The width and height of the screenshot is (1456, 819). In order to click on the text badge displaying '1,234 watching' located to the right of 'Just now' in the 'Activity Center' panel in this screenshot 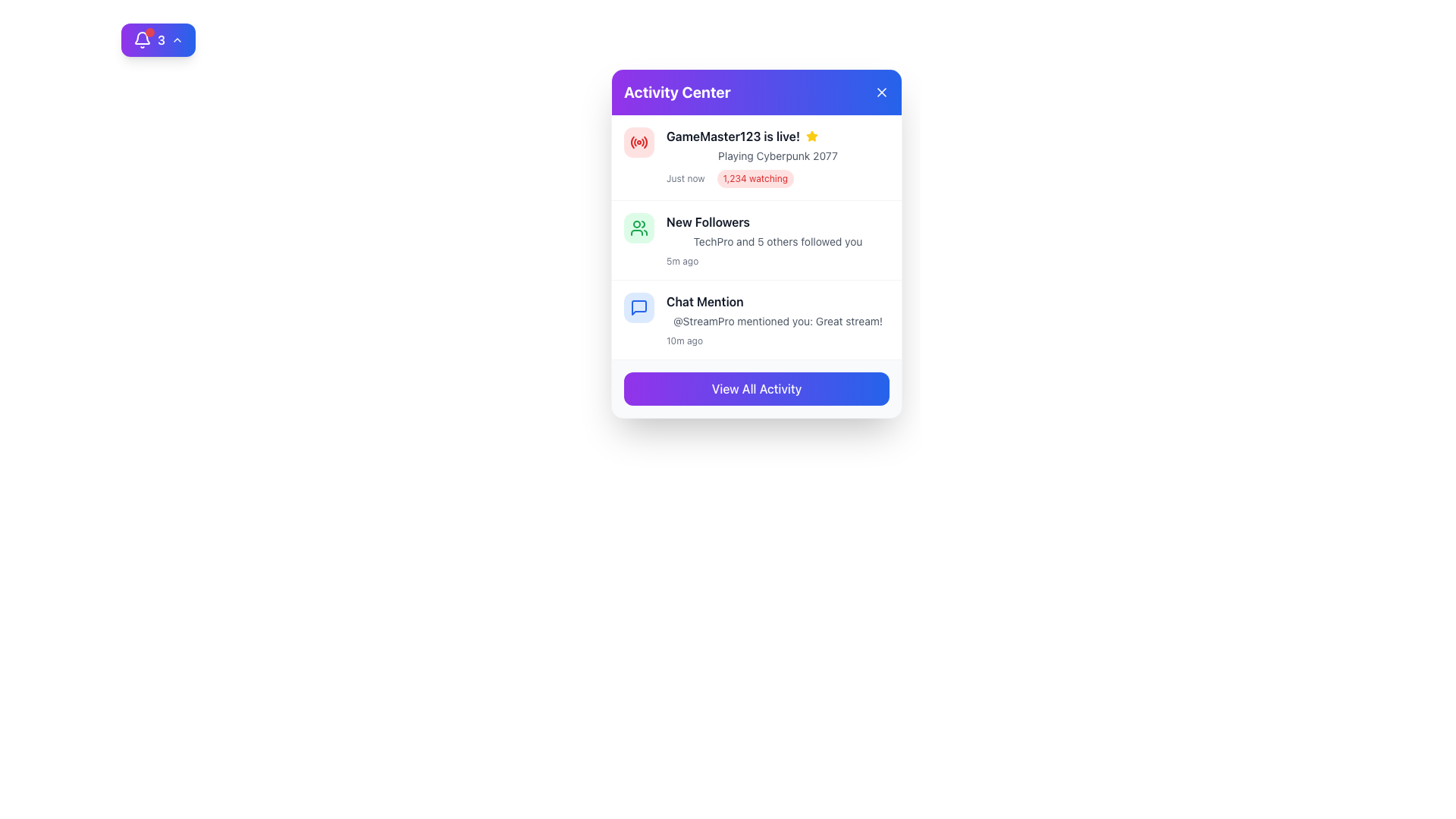, I will do `click(755, 177)`.